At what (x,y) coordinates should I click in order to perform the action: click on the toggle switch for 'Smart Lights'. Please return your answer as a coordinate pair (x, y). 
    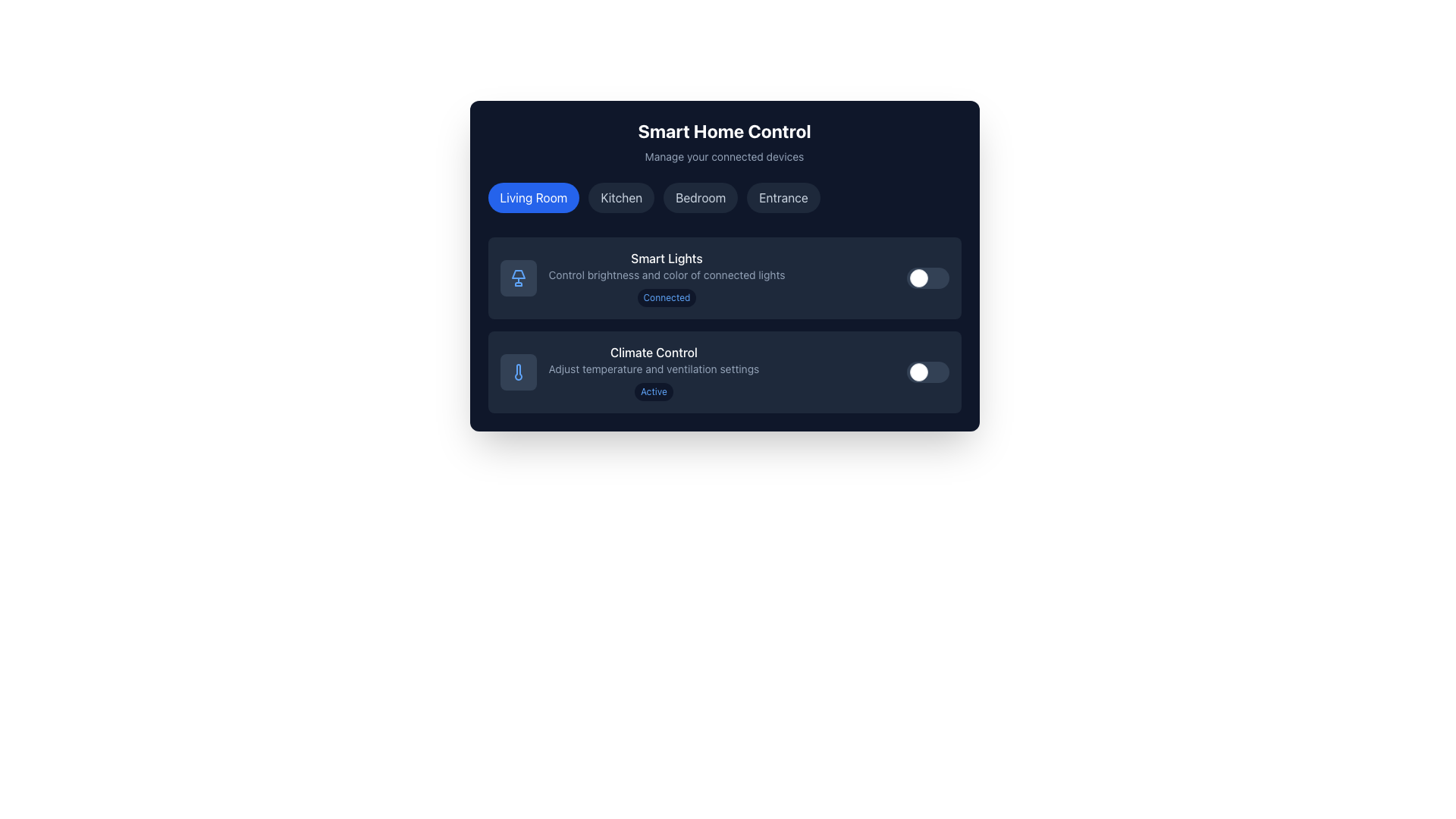
    Looking at the image, I should click on (927, 278).